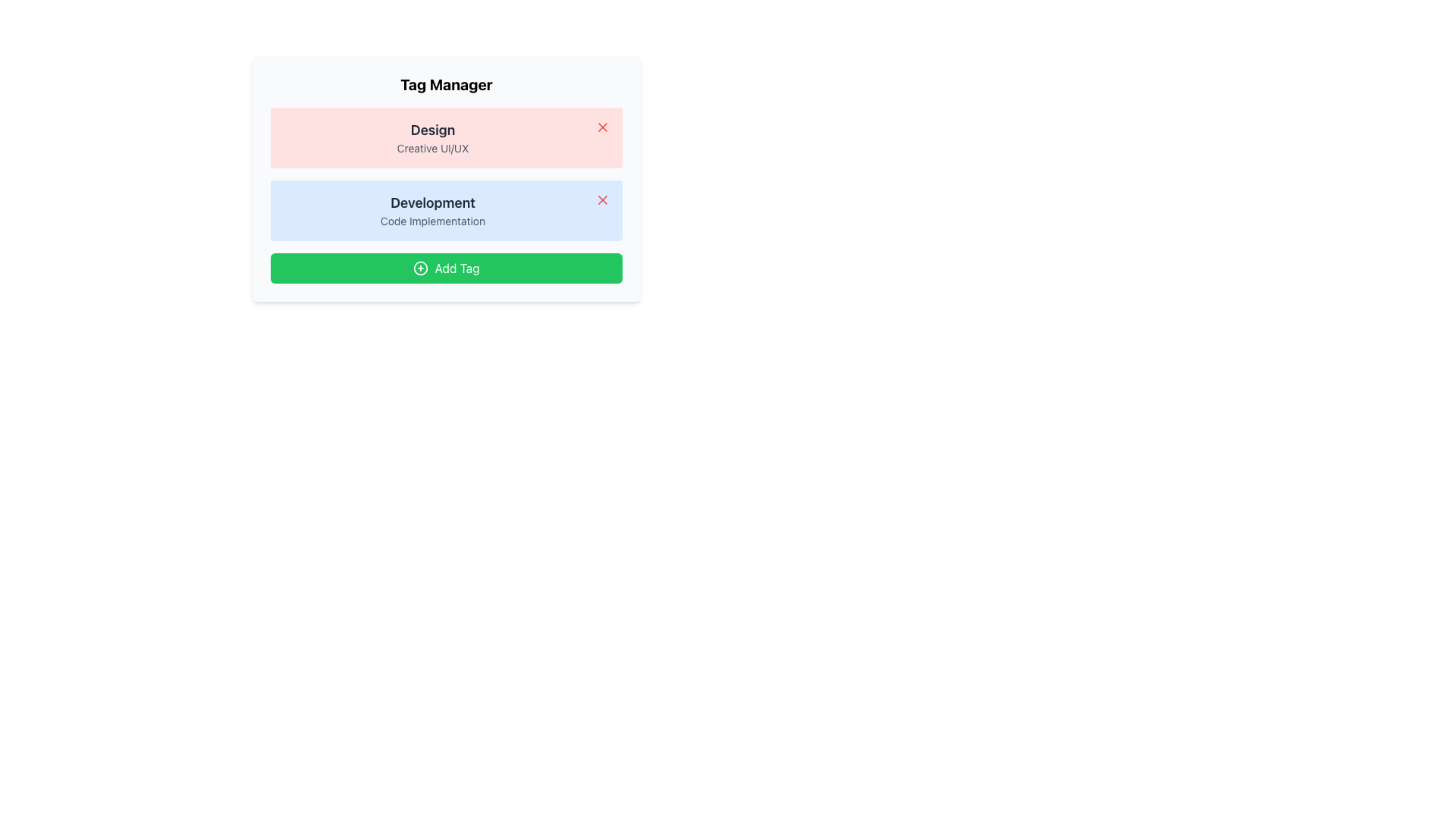 The image size is (1456, 819). What do you see at coordinates (602, 199) in the screenshot?
I see `the red 'X' button in the upper-right corner of the blue box labeled 'Development'` at bounding box center [602, 199].